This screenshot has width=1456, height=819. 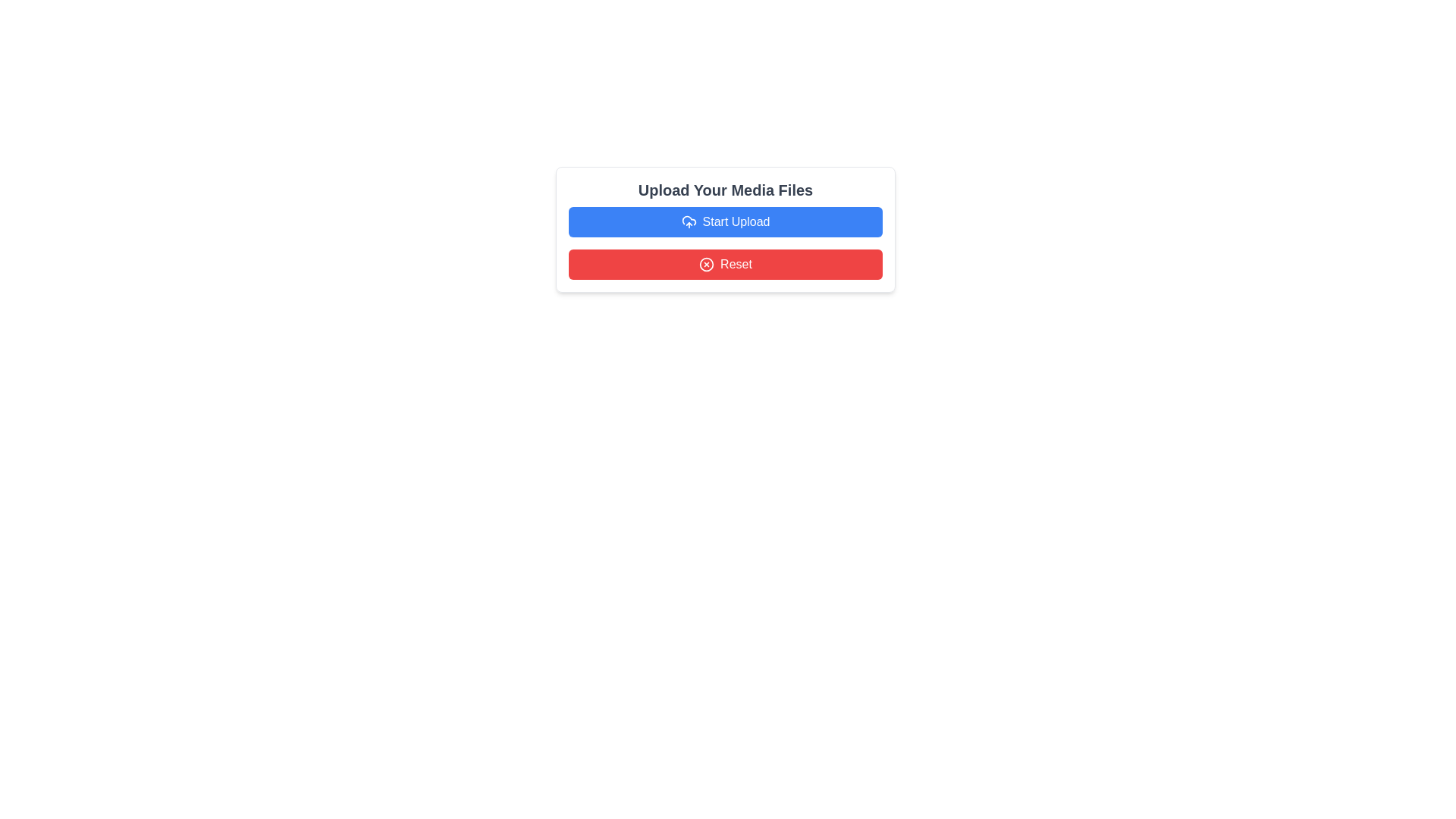 I want to click on the 'Start Upload' button which contains the upload icon located on the left side of the button text, situated below the header 'Upload Your Media Files', so click(x=688, y=222).